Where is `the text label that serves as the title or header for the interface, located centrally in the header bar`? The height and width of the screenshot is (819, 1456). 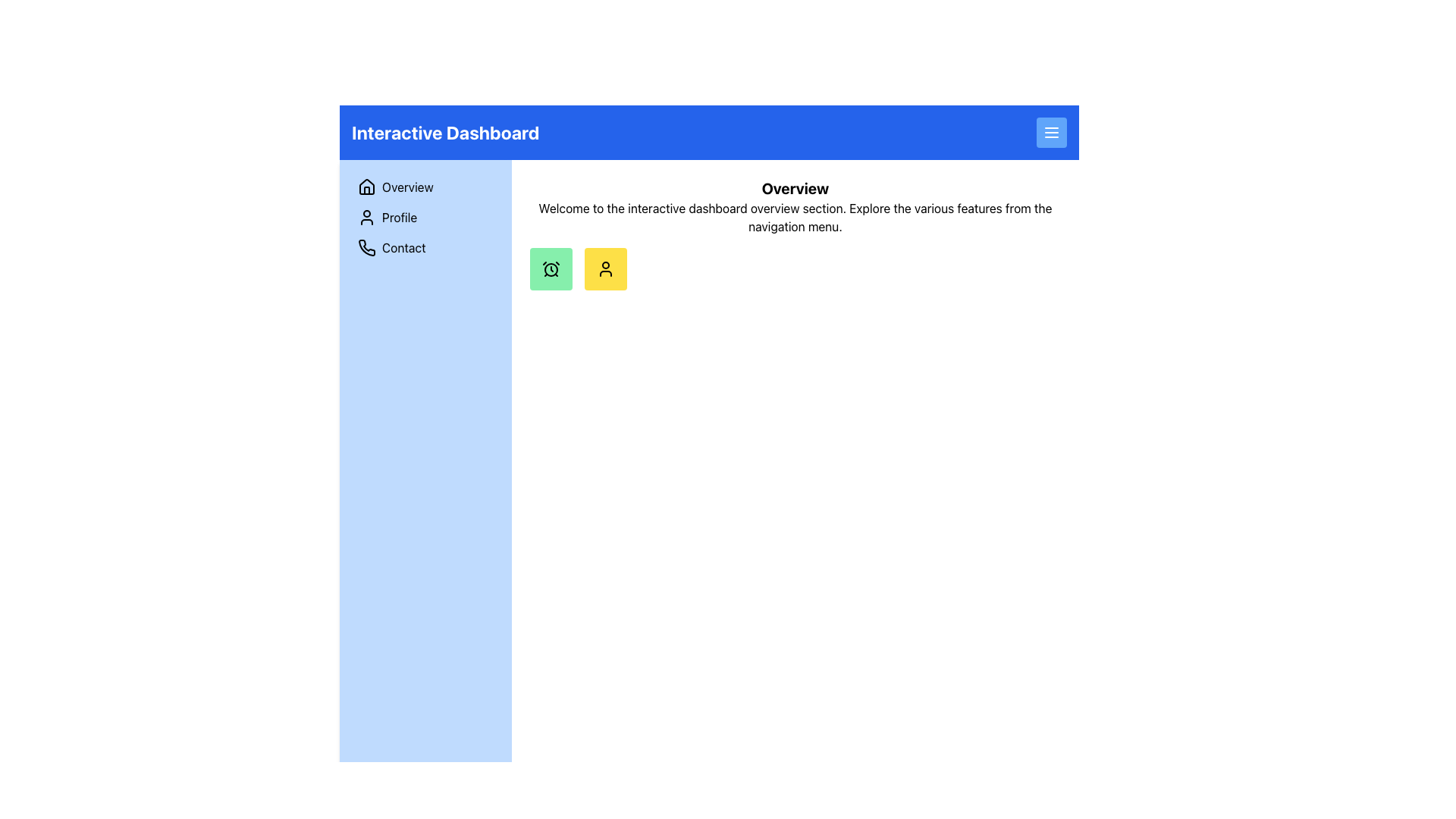 the text label that serves as the title or header for the interface, located centrally in the header bar is located at coordinates (444, 131).